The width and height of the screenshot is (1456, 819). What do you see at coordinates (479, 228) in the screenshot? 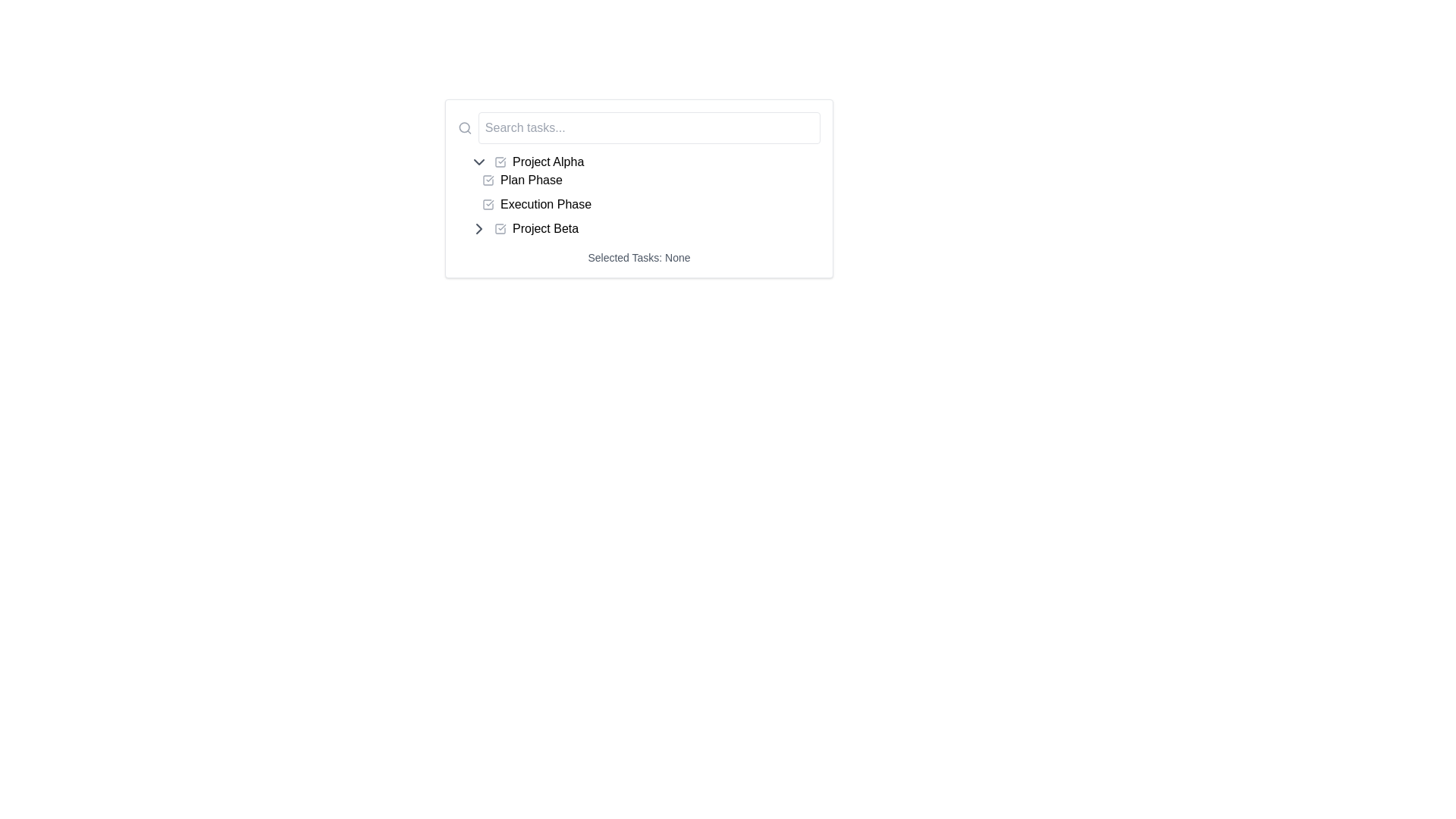
I see `the rightward gray chevron icon next to 'Project Beta' to observe the color change` at bounding box center [479, 228].